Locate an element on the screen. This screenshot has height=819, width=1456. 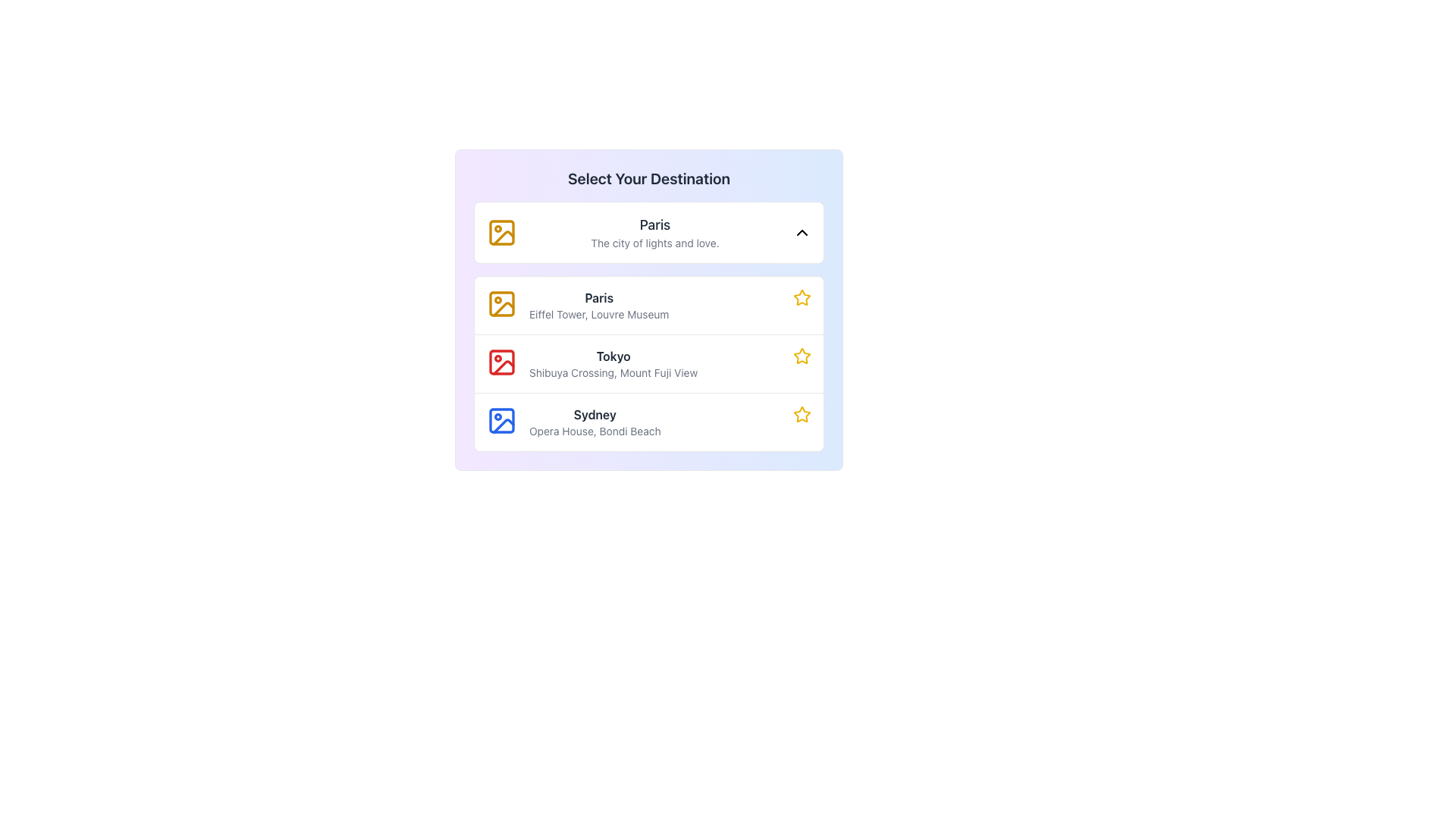
the text label that provides the name and description of the location, which is the third item in the vertically stacked list of destinations, situated below 'Tokyo' and above the yellow star icon is located at coordinates (594, 422).